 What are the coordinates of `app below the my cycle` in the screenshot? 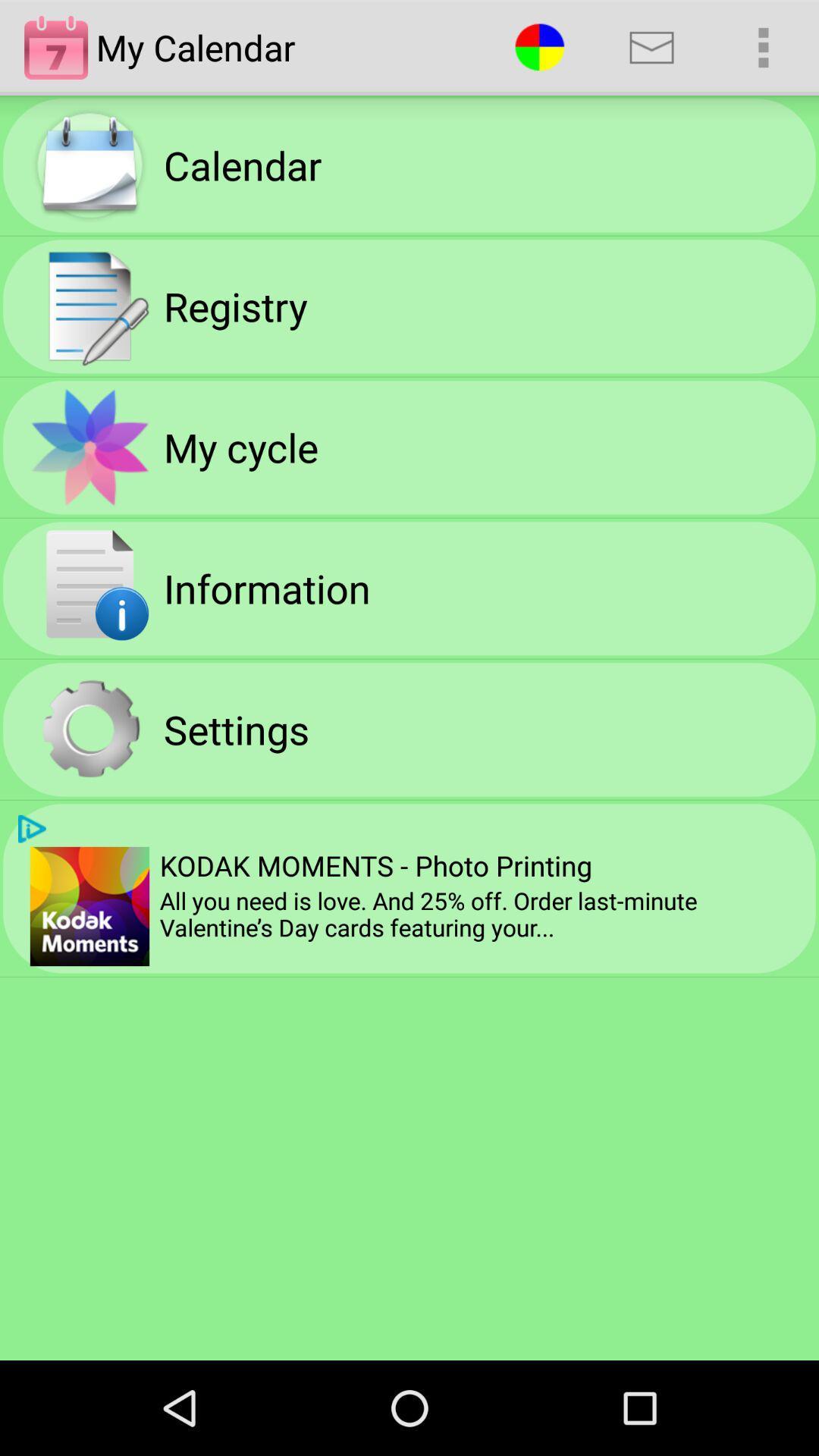 It's located at (266, 587).